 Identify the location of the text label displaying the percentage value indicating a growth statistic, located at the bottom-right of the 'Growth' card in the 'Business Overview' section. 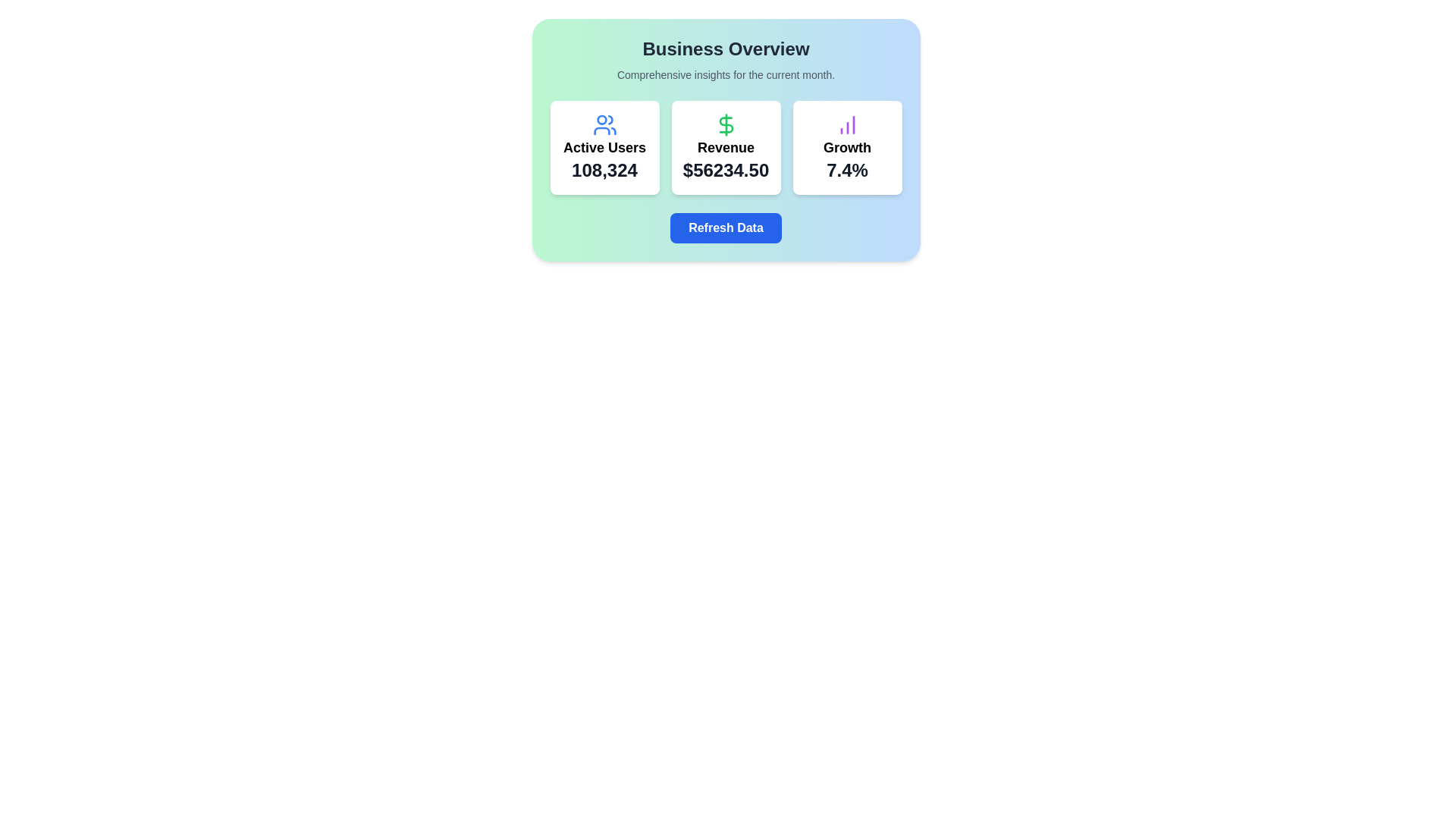
(846, 170).